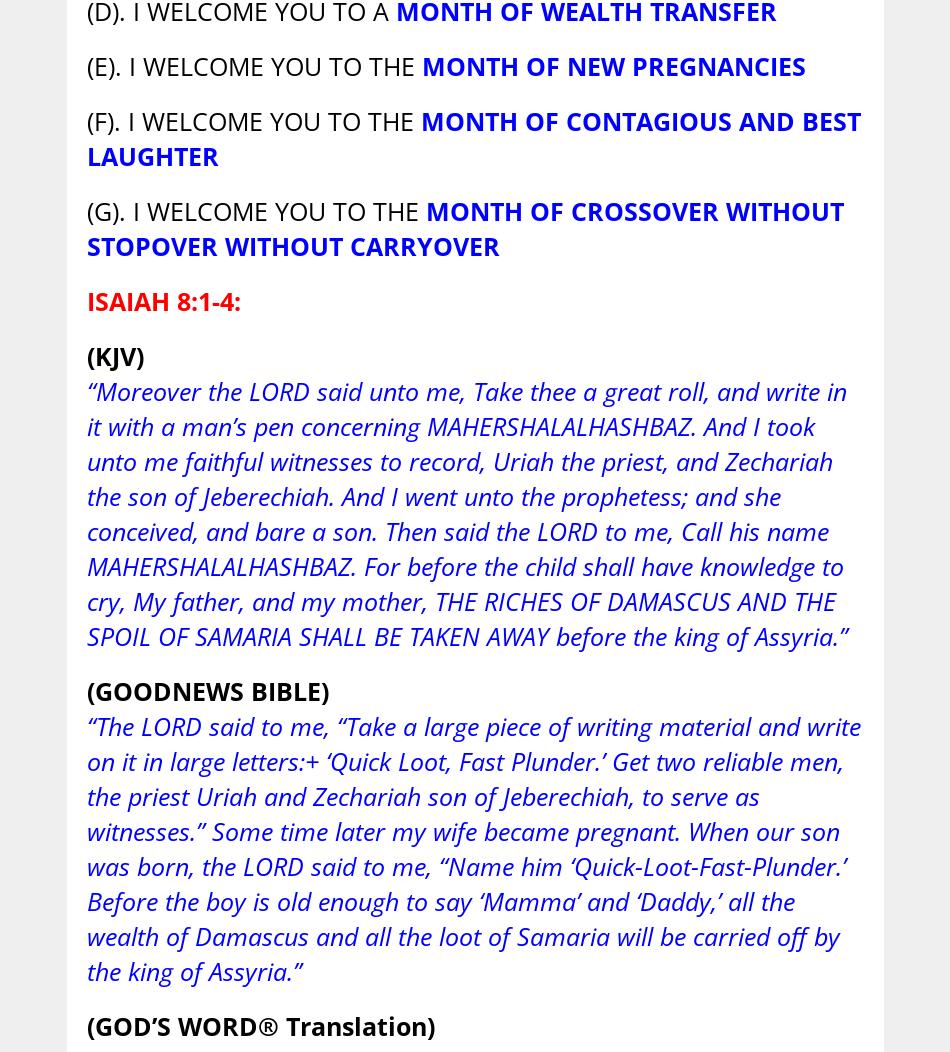 This screenshot has width=950, height=1052. I want to click on '(GOD’S WORD® Translation)', so click(259, 1025).